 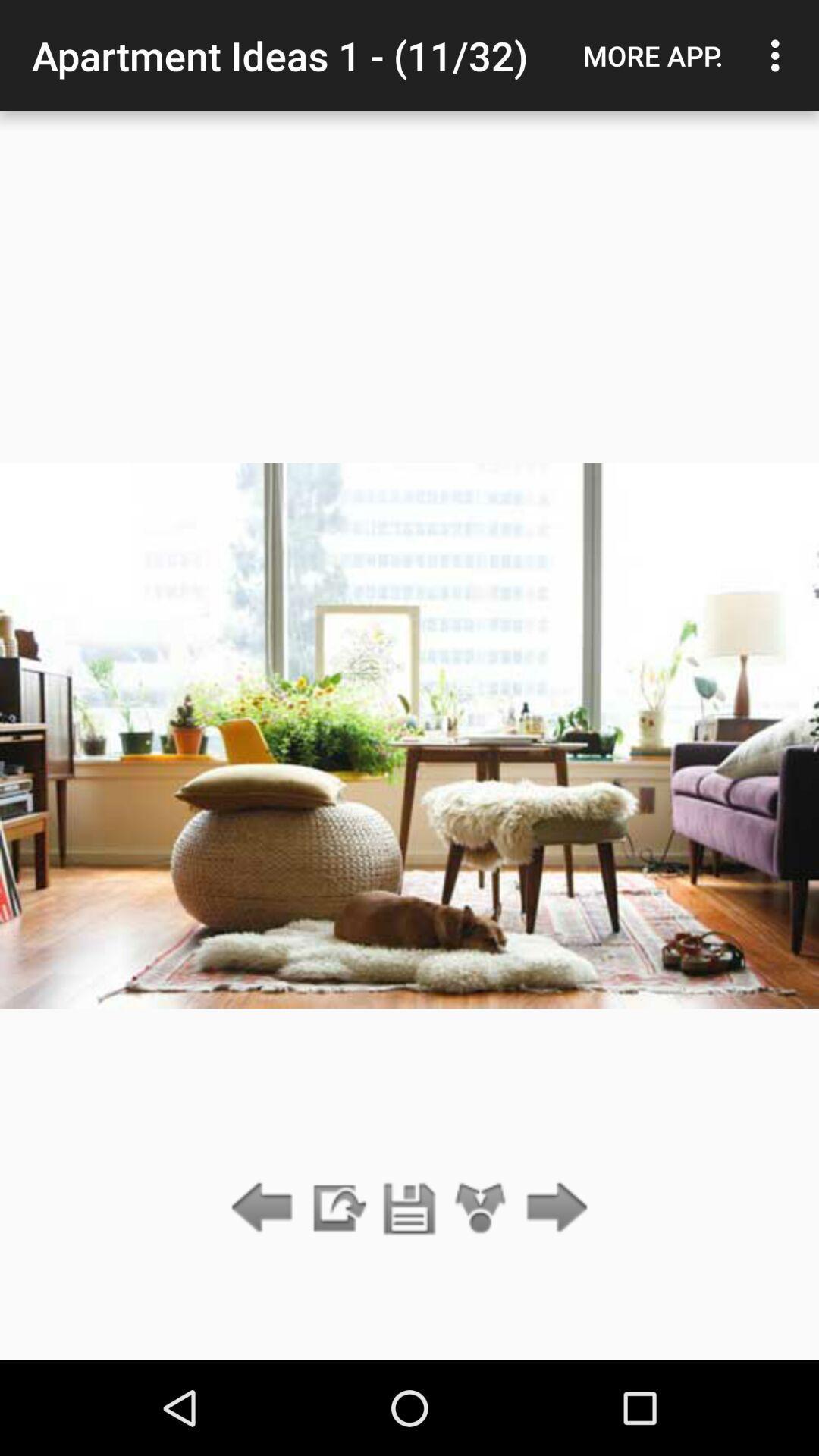 What do you see at coordinates (481, 1208) in the screenshot?
I see `app below apartment ideas 1 item` at bounding box center [481, 1208].